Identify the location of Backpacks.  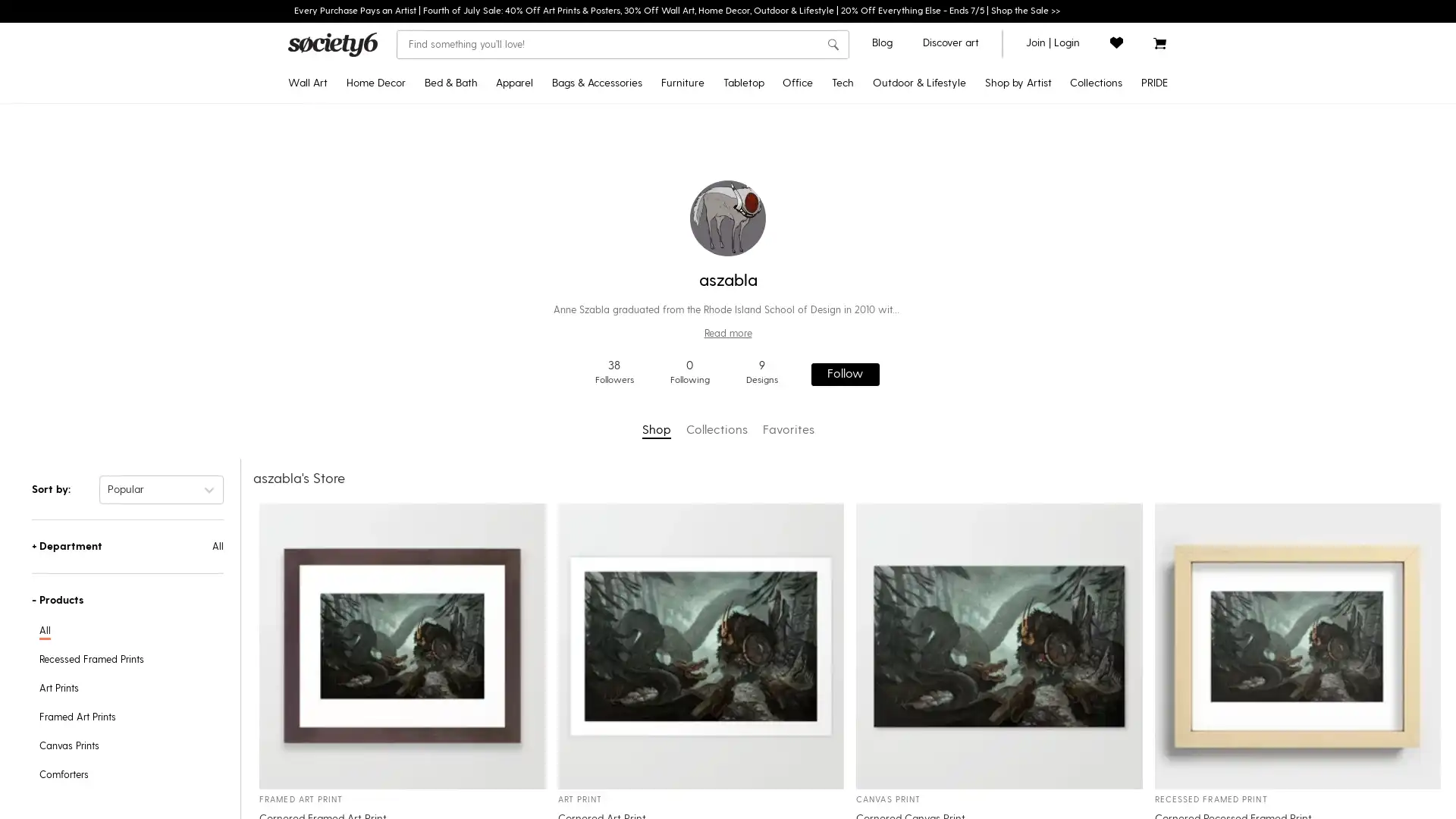
(607, 170).